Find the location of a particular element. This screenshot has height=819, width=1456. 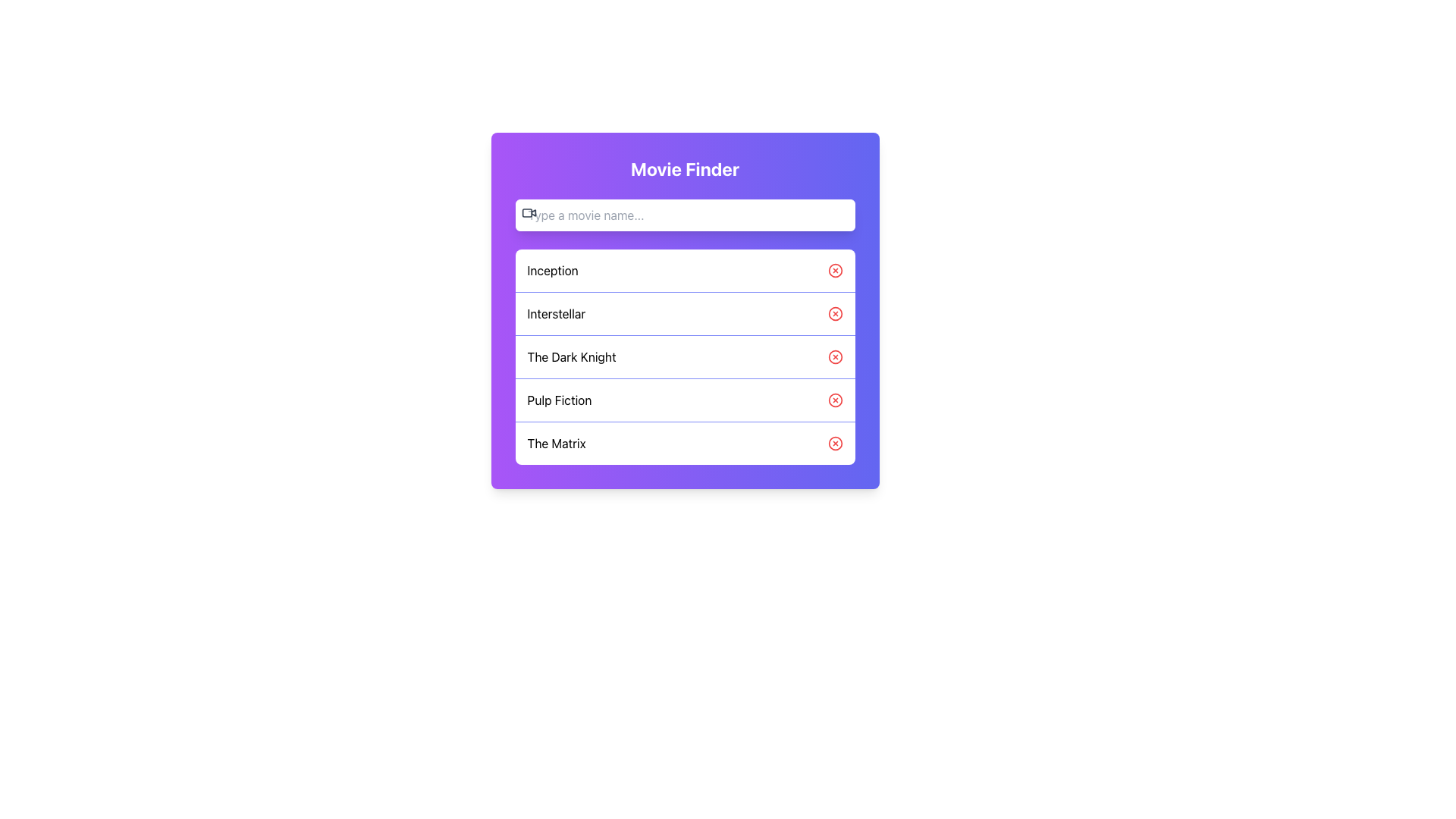

the 'Interstellar' list item is located at coordinates (684, 309).